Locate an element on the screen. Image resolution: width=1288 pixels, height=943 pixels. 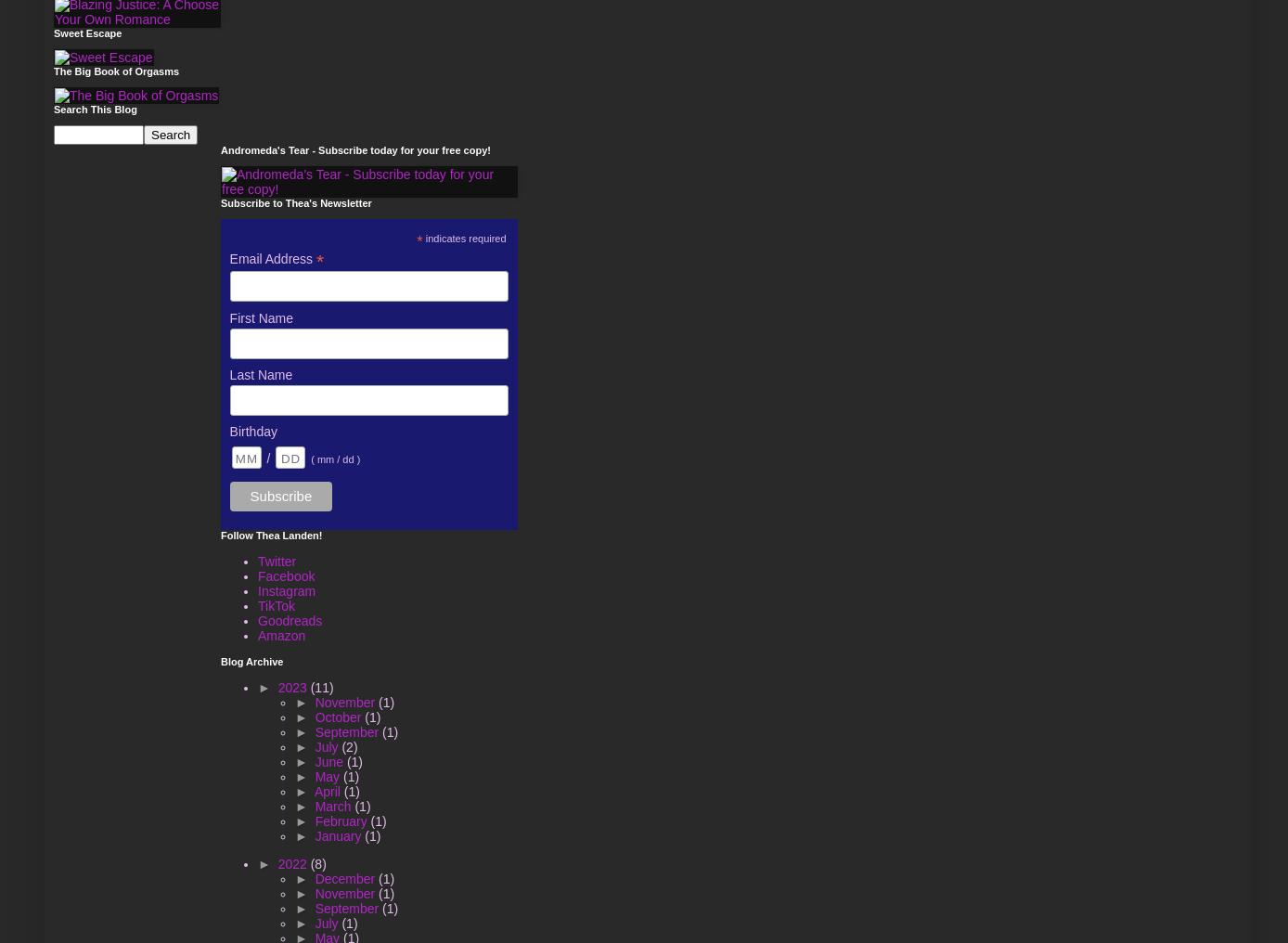
'(8)' is located at coordinates (316, 862).